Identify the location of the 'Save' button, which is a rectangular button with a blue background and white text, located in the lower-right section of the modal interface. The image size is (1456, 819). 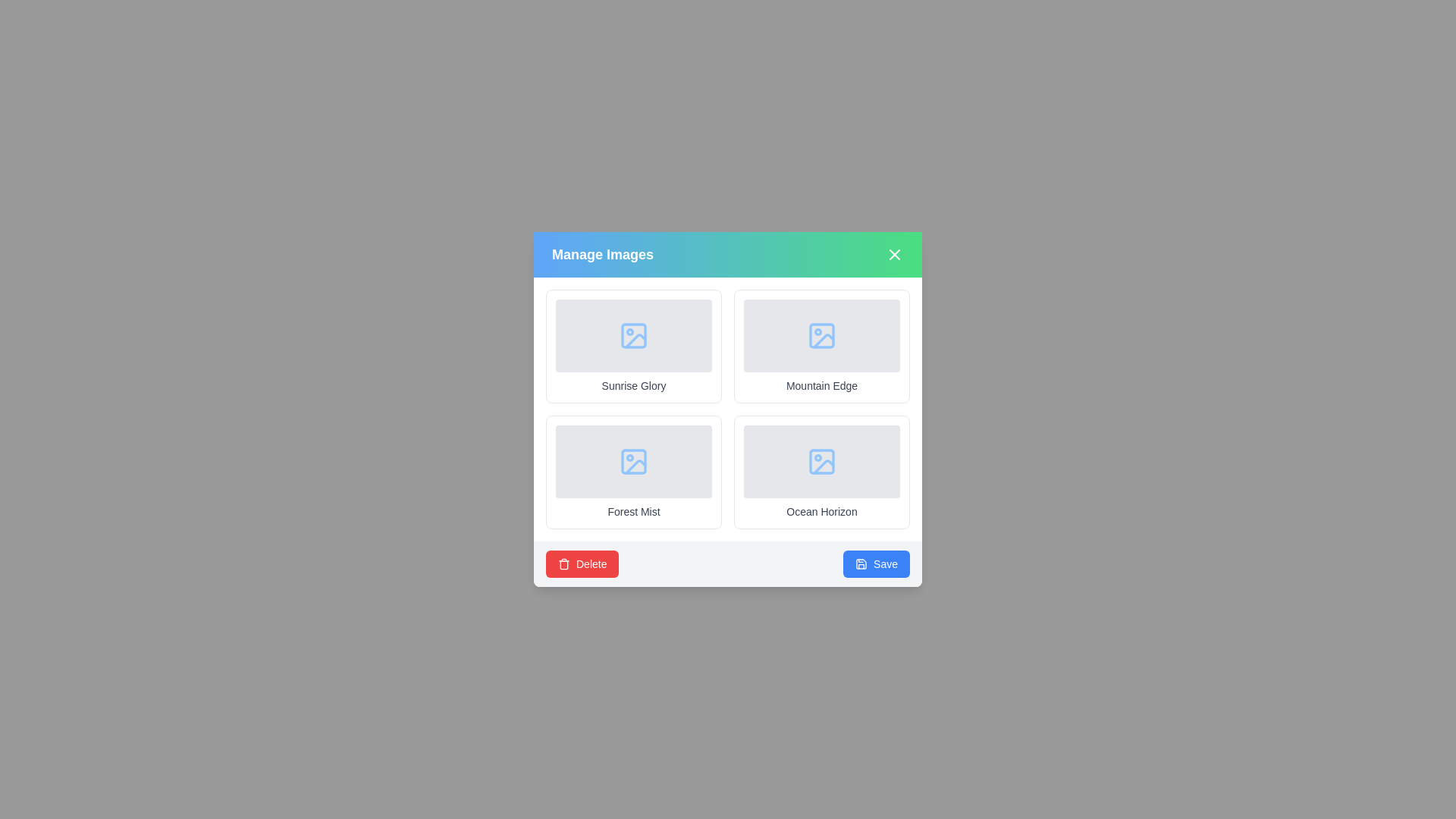
(877, 564).